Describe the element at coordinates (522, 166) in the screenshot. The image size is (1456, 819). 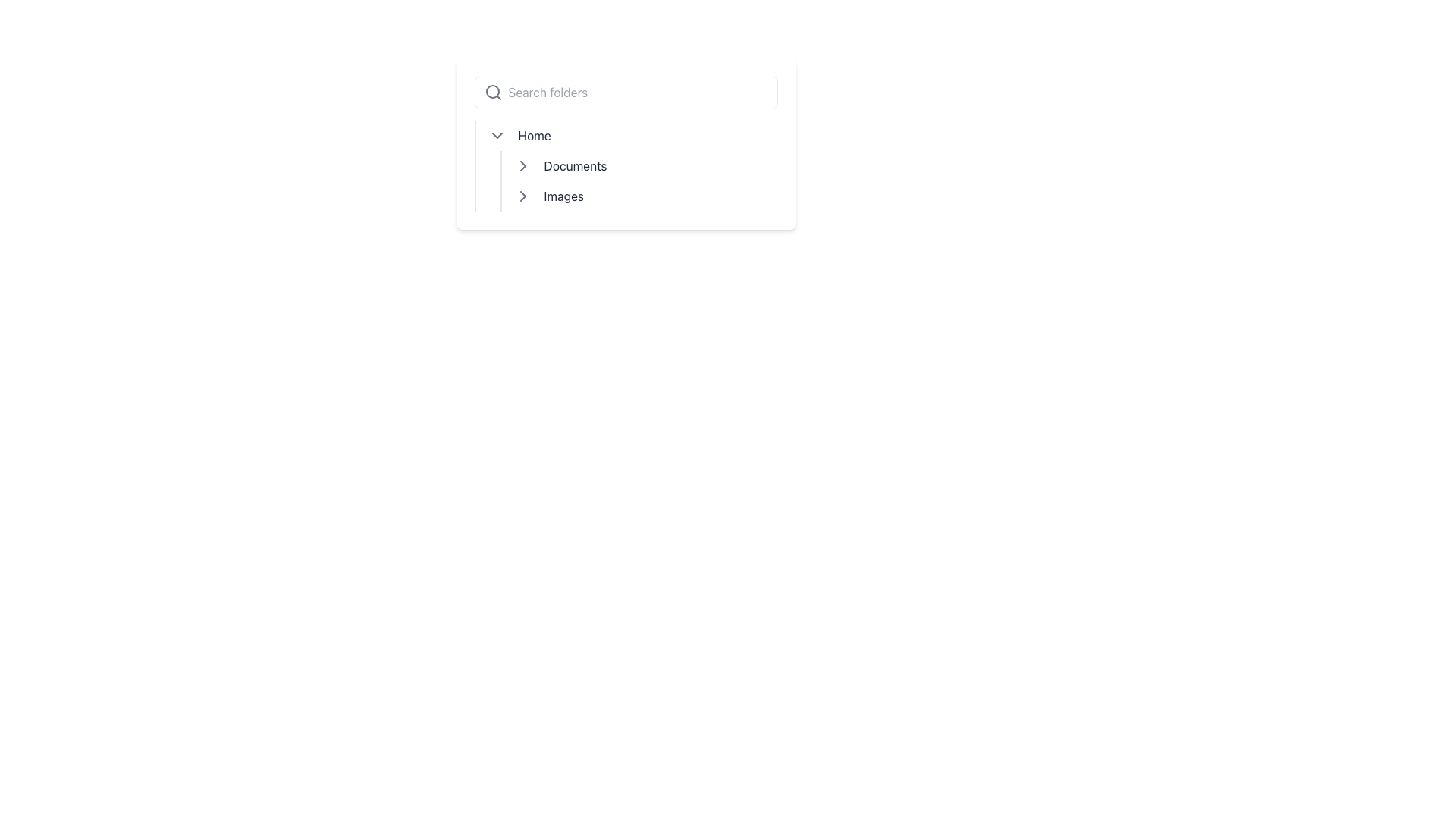
I see `the right-pointing chevron icon with a gray fill, which is located to the immediate left of the 'Documents' label` at that location.